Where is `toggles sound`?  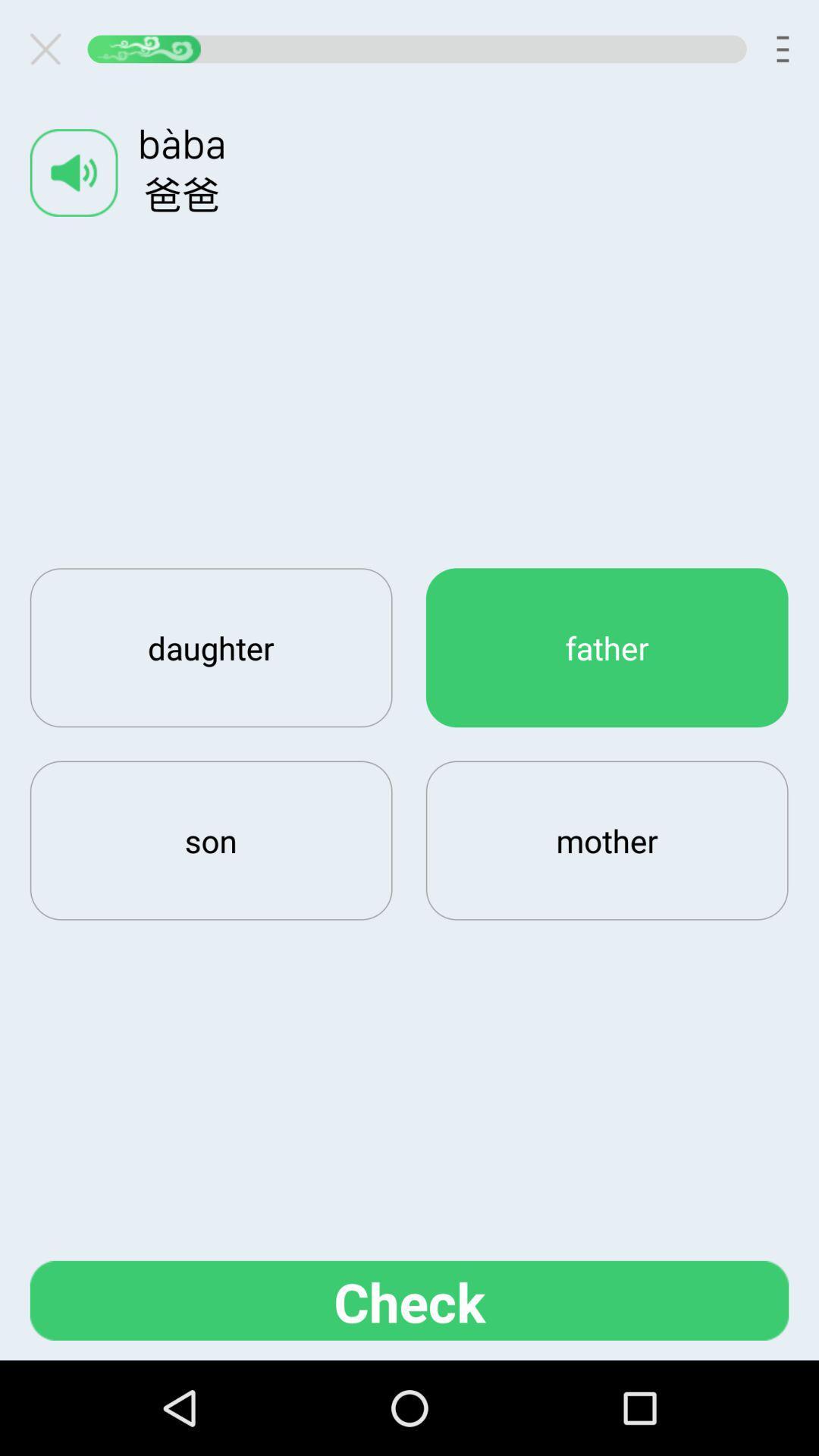
toggles sound is located at coordinates (74, 172).